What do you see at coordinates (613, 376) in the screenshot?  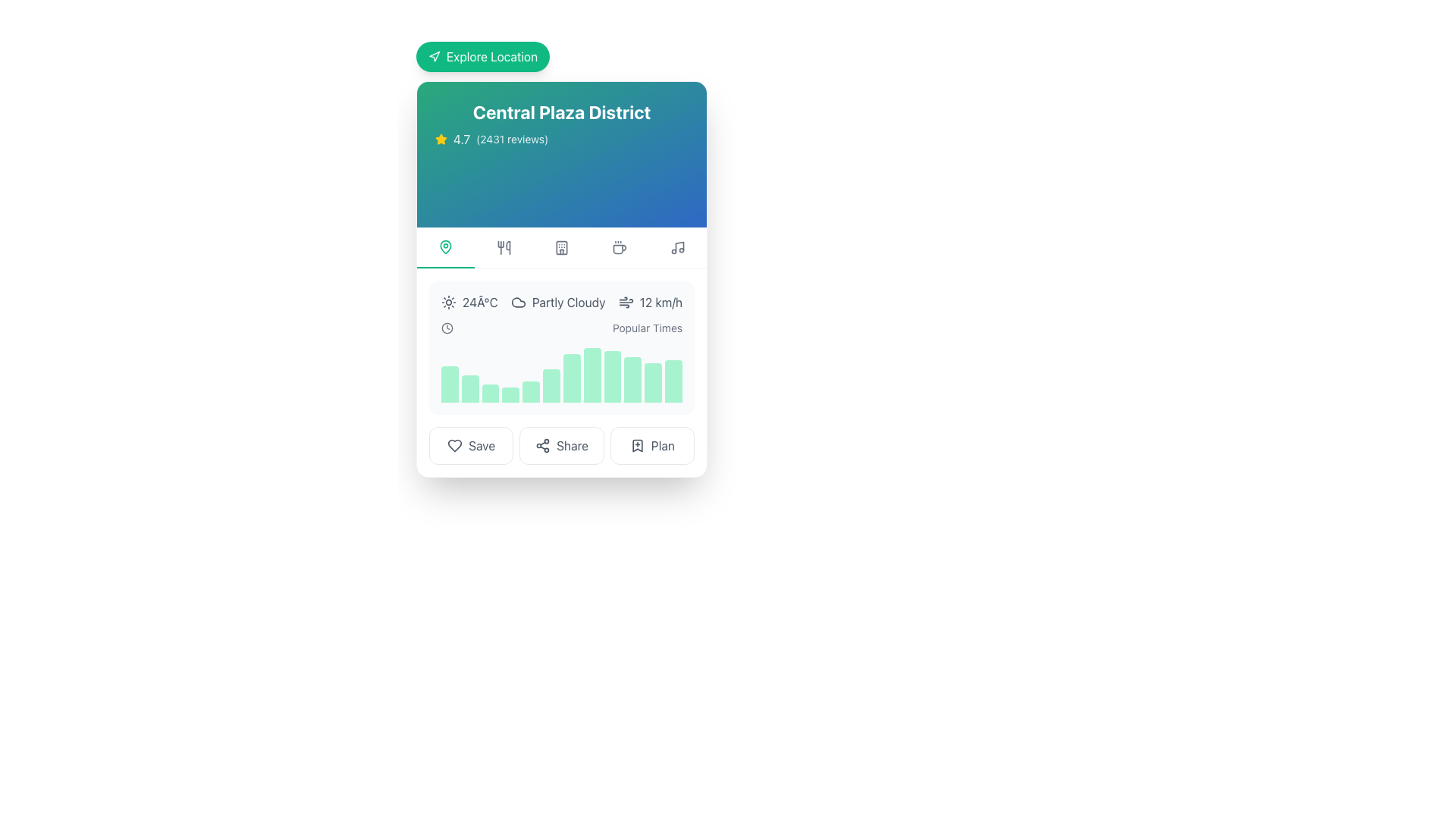 I see `the ninth bar in a histogram, which is a rectangular bar with a rounded top and filled with a light green color, located in the center-right of the card layout` at bounding box center [613, 376].